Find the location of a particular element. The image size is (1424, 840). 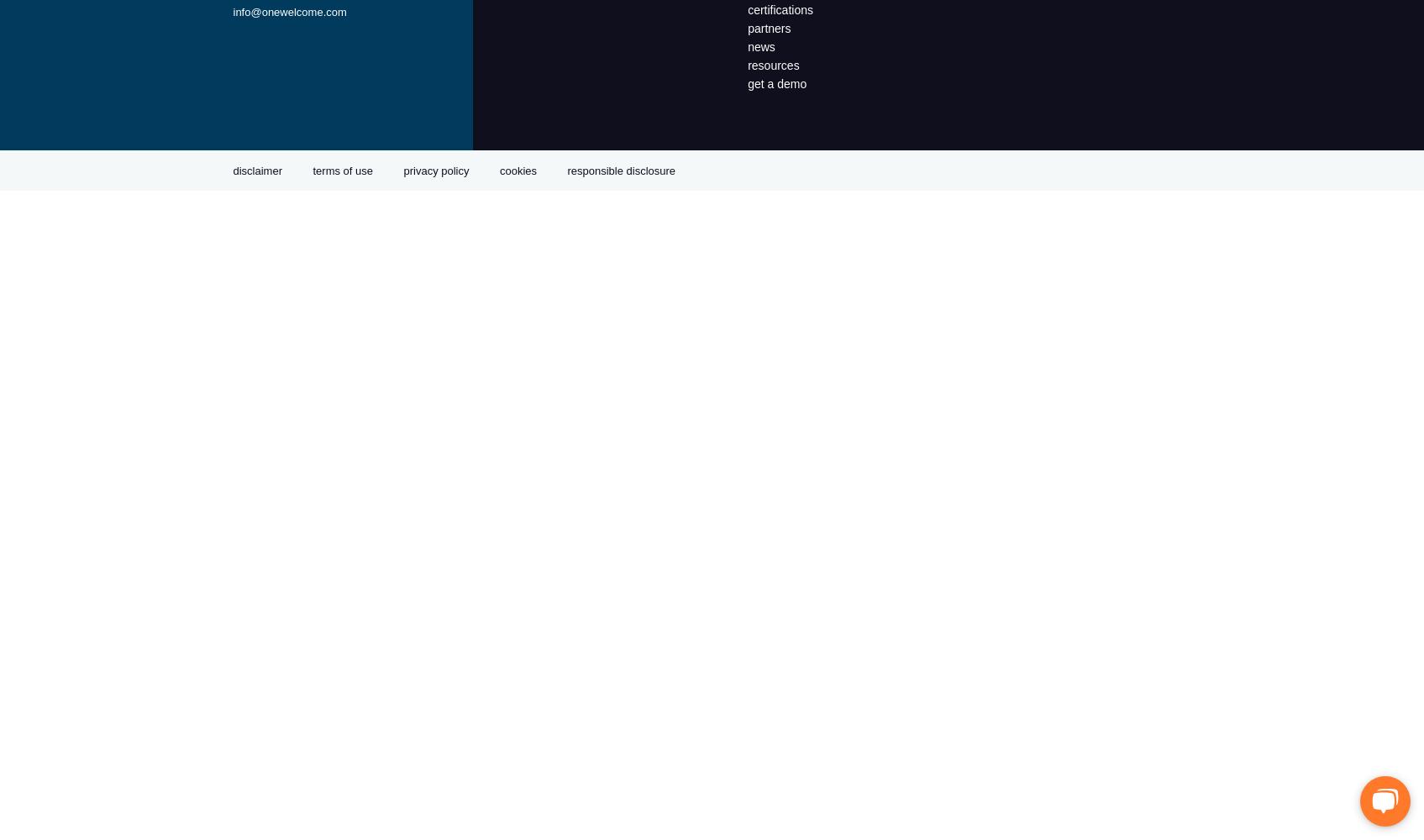

'privacy policy' is located at coordinates (435, 170).